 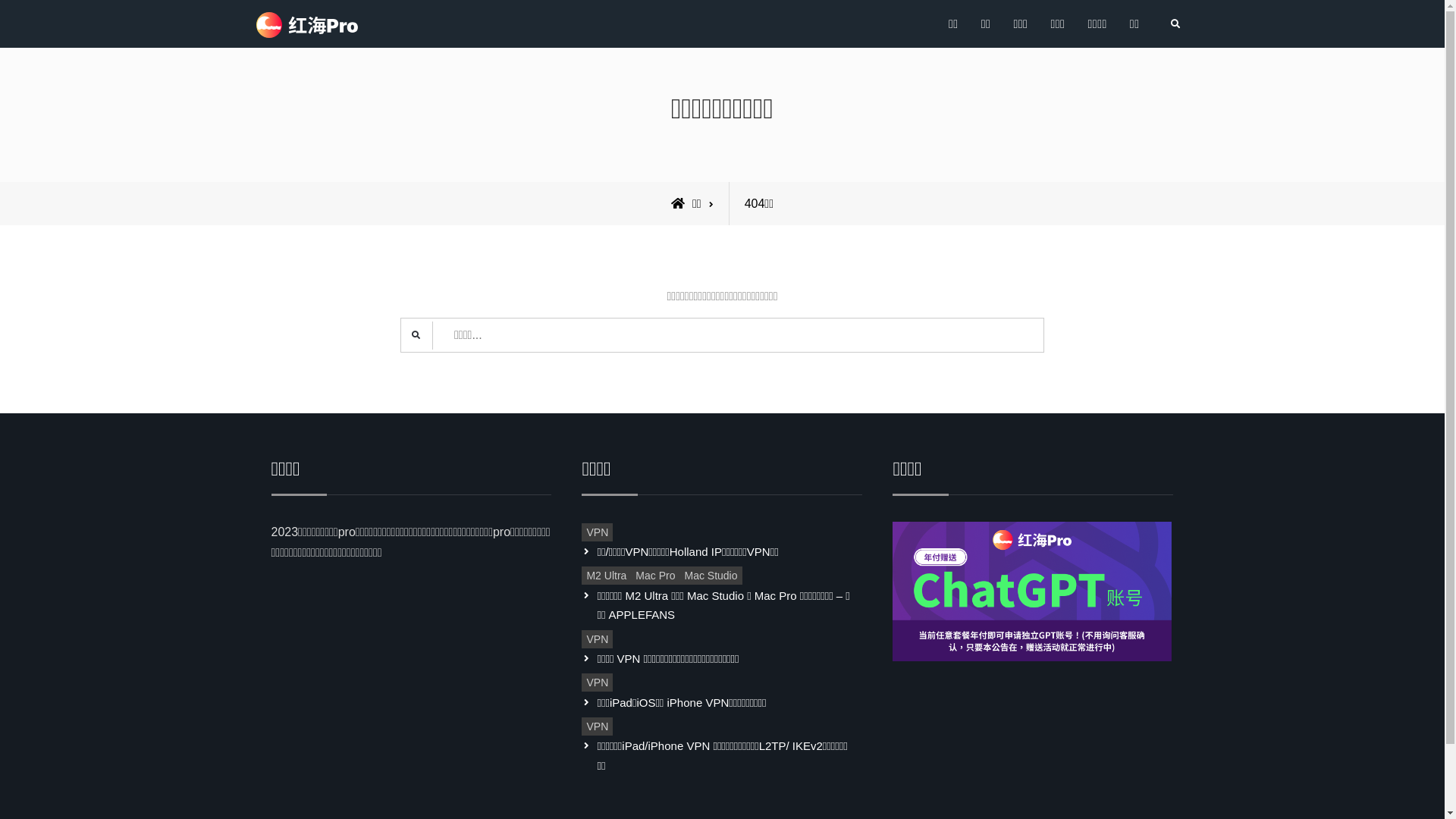 What do you see at coordinates (581, 681) in the screenshot?
I see `'VPN'` at bounding box center [581, 681].